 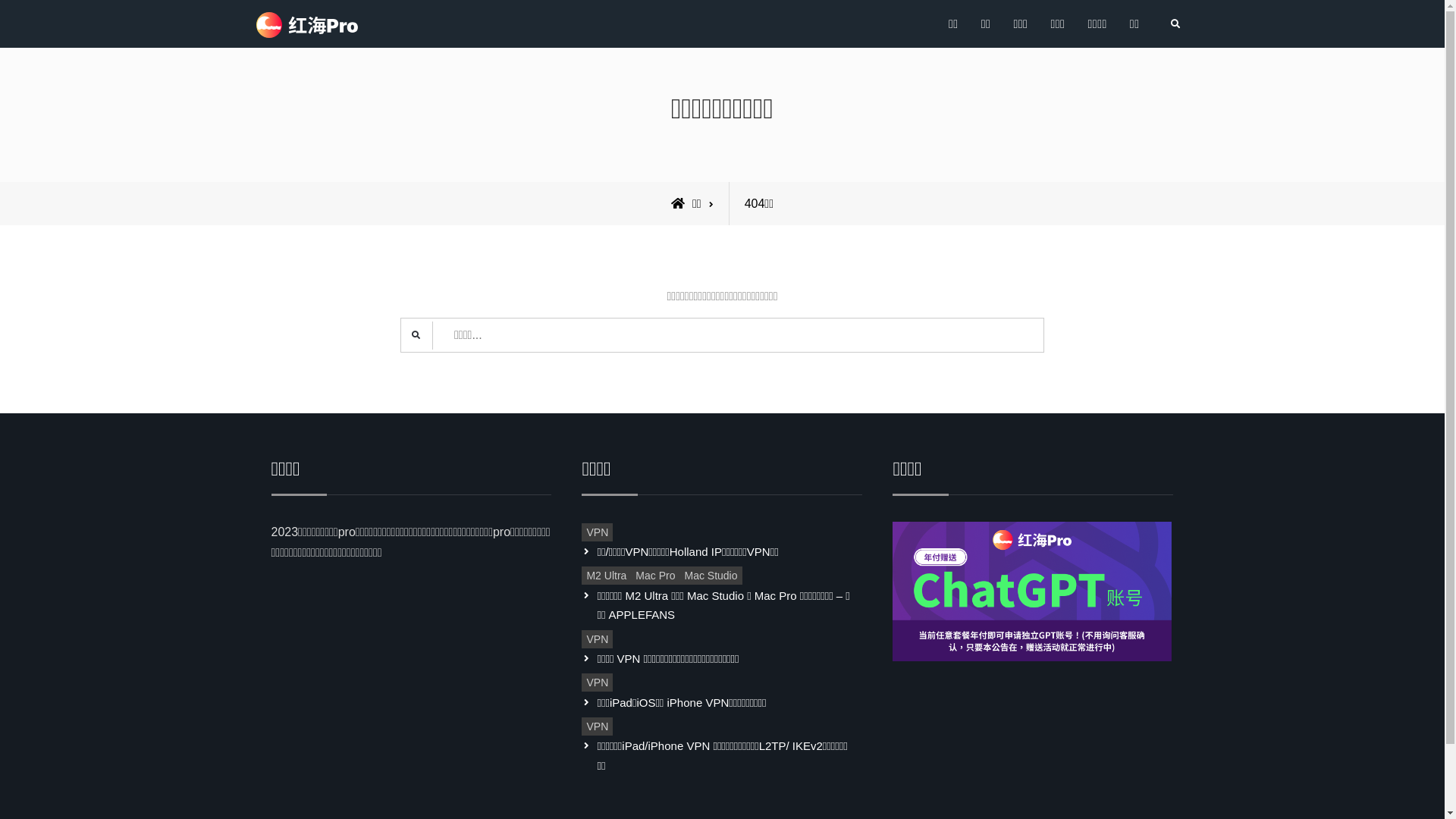 What do you see at coordinates (581, 681) in the screenshot?
I see `'VPN'` at bounding box center [581, 681].